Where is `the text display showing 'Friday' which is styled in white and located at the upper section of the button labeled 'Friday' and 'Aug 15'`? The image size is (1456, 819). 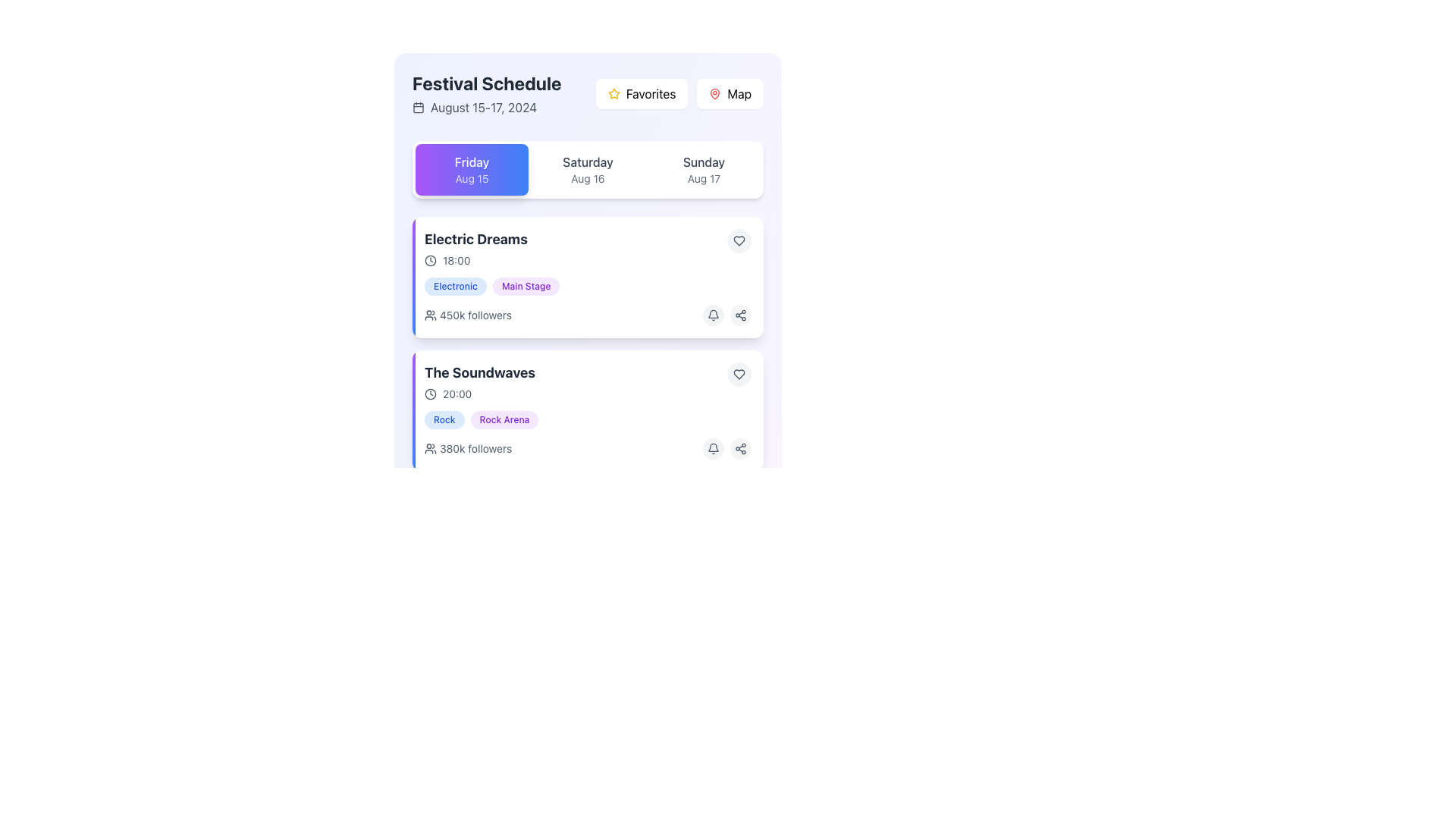 the text display showing 'Friday' which is styled in white and located at the upper section of the button labeled 'Friday' and 'Aug 15' is located at coordinates (471, 162).